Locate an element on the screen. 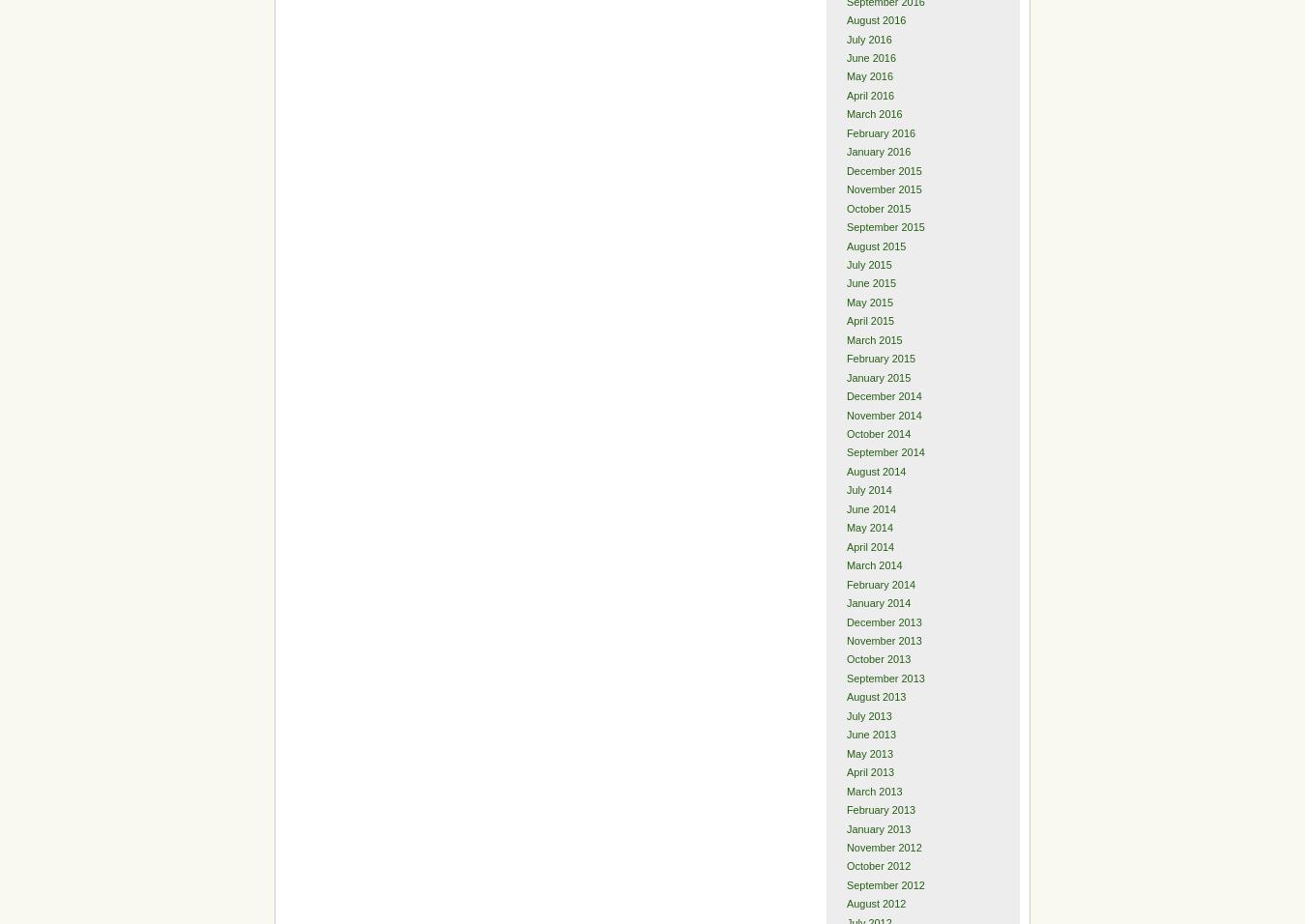 Image resolution: width=1305 pixels, height=924 pixels. 'October 2015' is located at coordinates (877, 208).